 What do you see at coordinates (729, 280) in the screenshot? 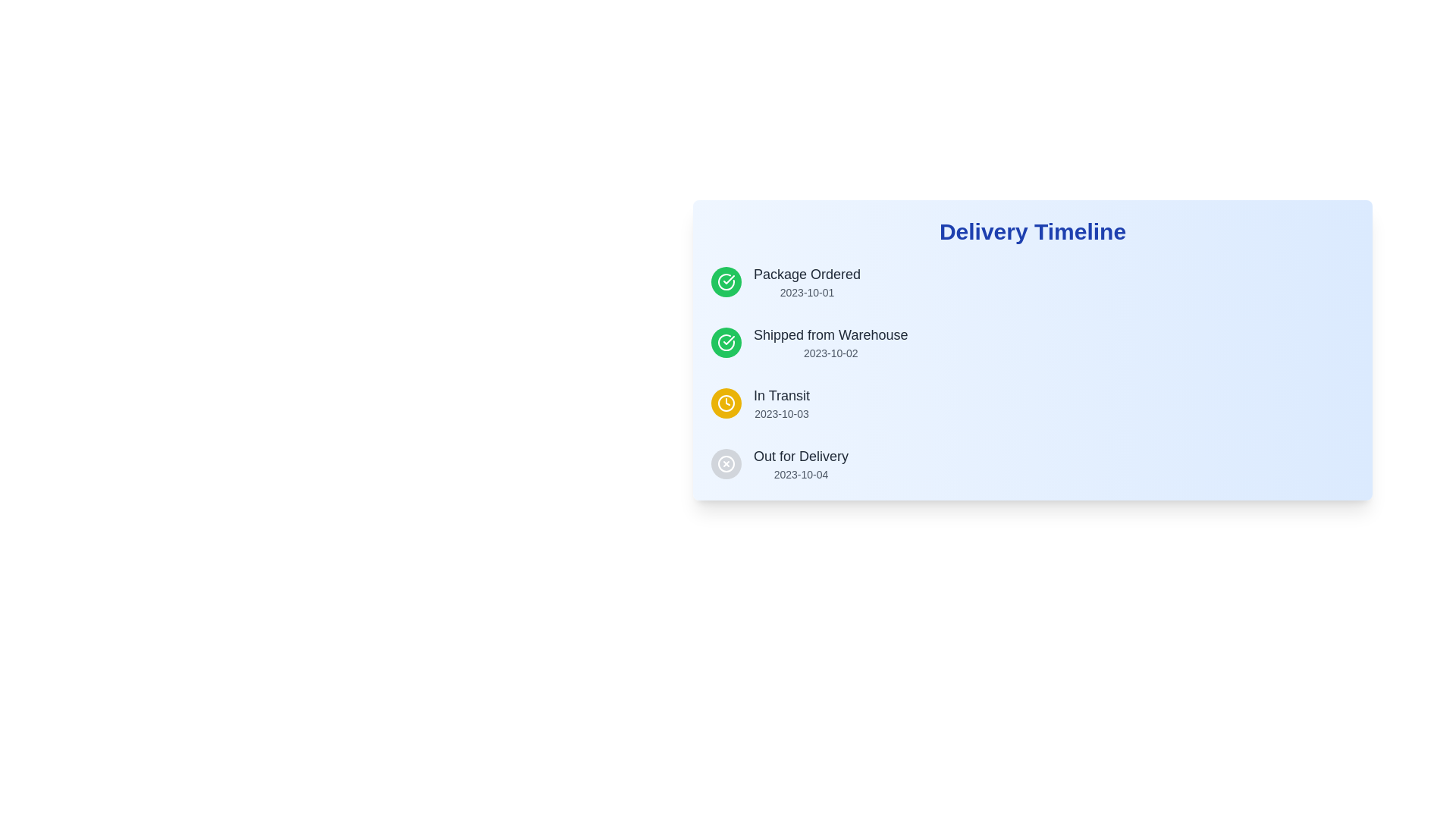
I see `the checkmark icon in the second timeline icon, which is adjacent to the 'Shipped from Warehouse' label` at bounding box center [729, 280].